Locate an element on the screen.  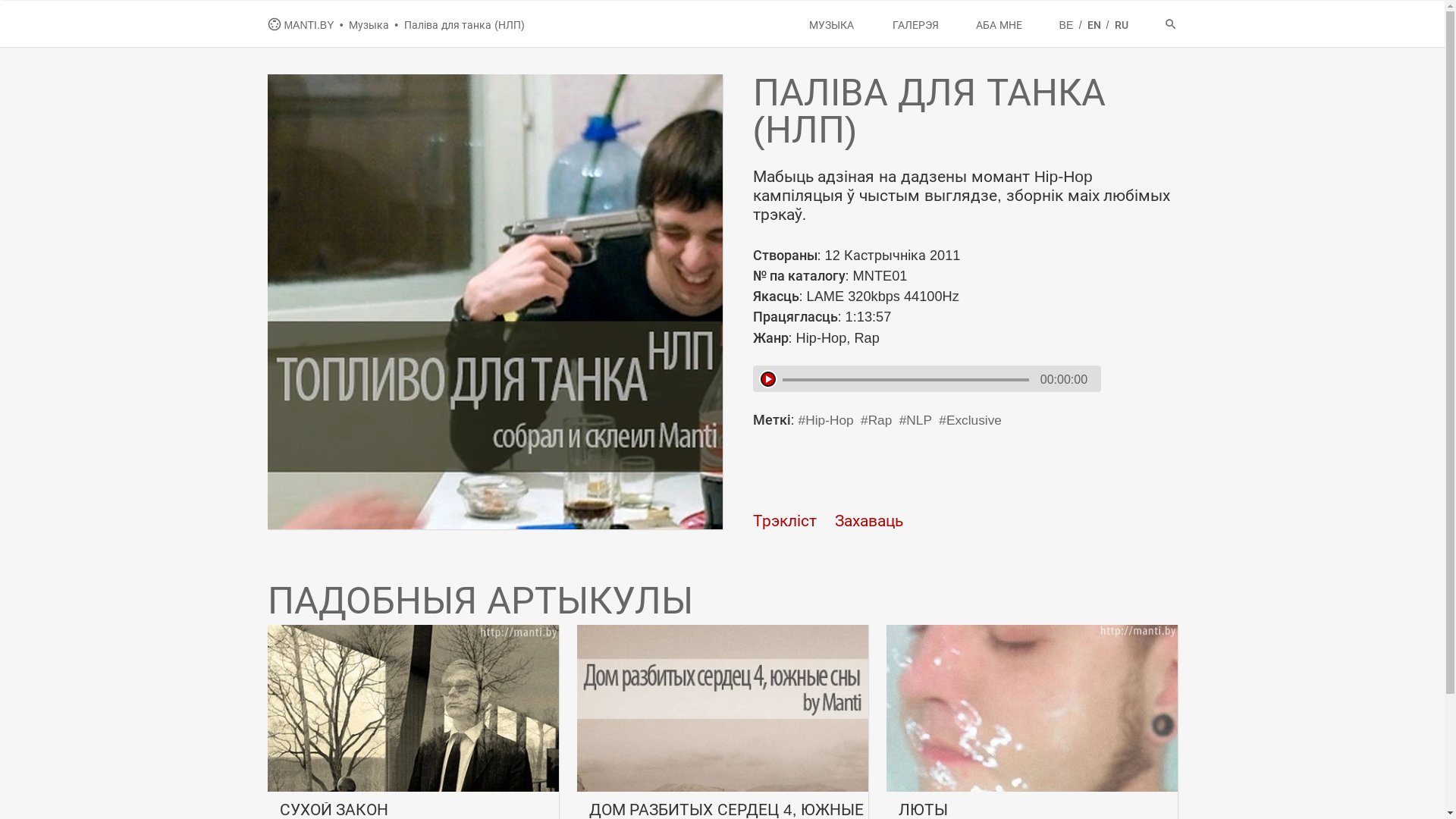
'Hip-Hop' is located at coordinates (825, 420).